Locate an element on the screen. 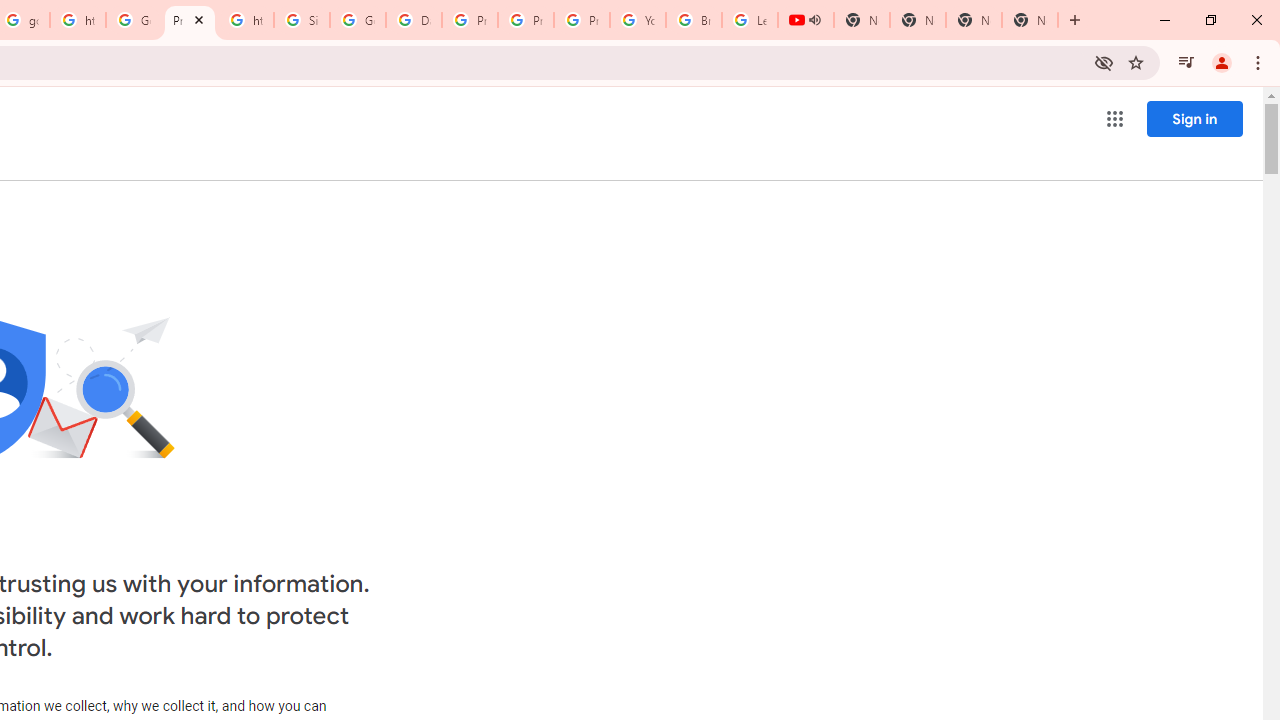 Image resolution: width=1280 pixels, height=720 pixels. 'Sign in - Google Accounts' is located at coordinates (301, 20).